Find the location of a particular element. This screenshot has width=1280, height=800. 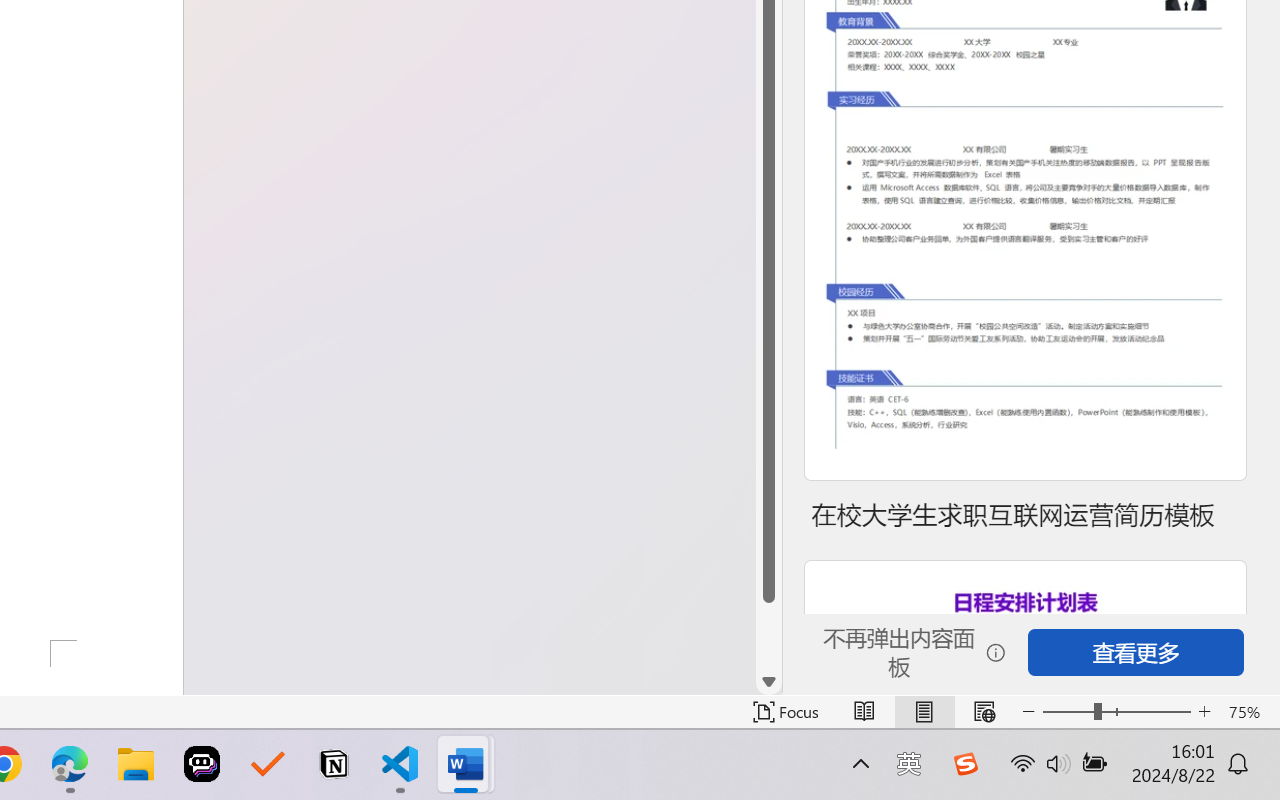

'Print Layout' is located at coordinates (923, 711).